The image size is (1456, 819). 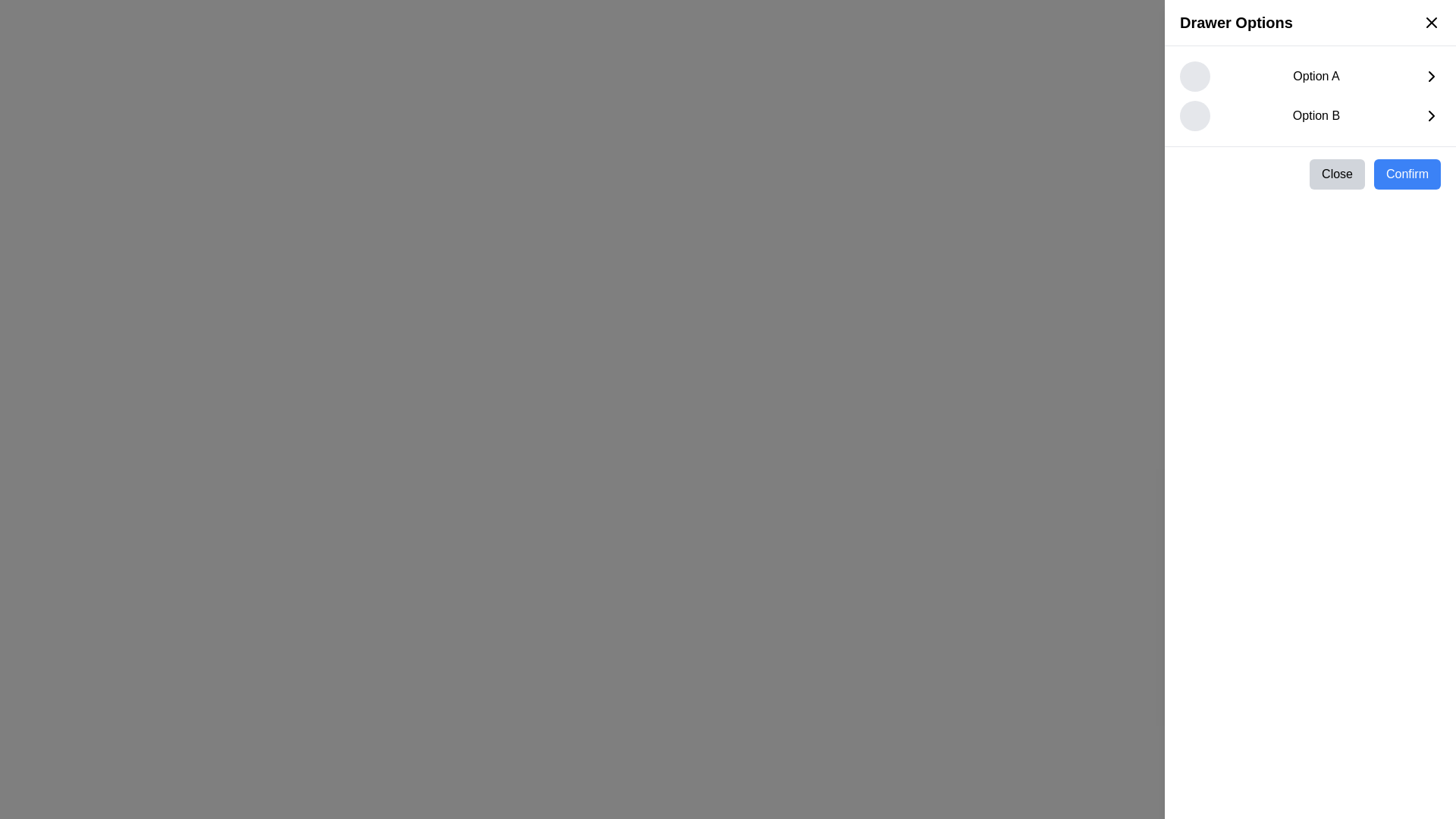 What do you see at coordinates (1310, 76) in the screenshot?
I see `the topmost item labeled 'Option A' in the white side panel under the header 'Drawer Options'` at bounding box center [1310, 76].